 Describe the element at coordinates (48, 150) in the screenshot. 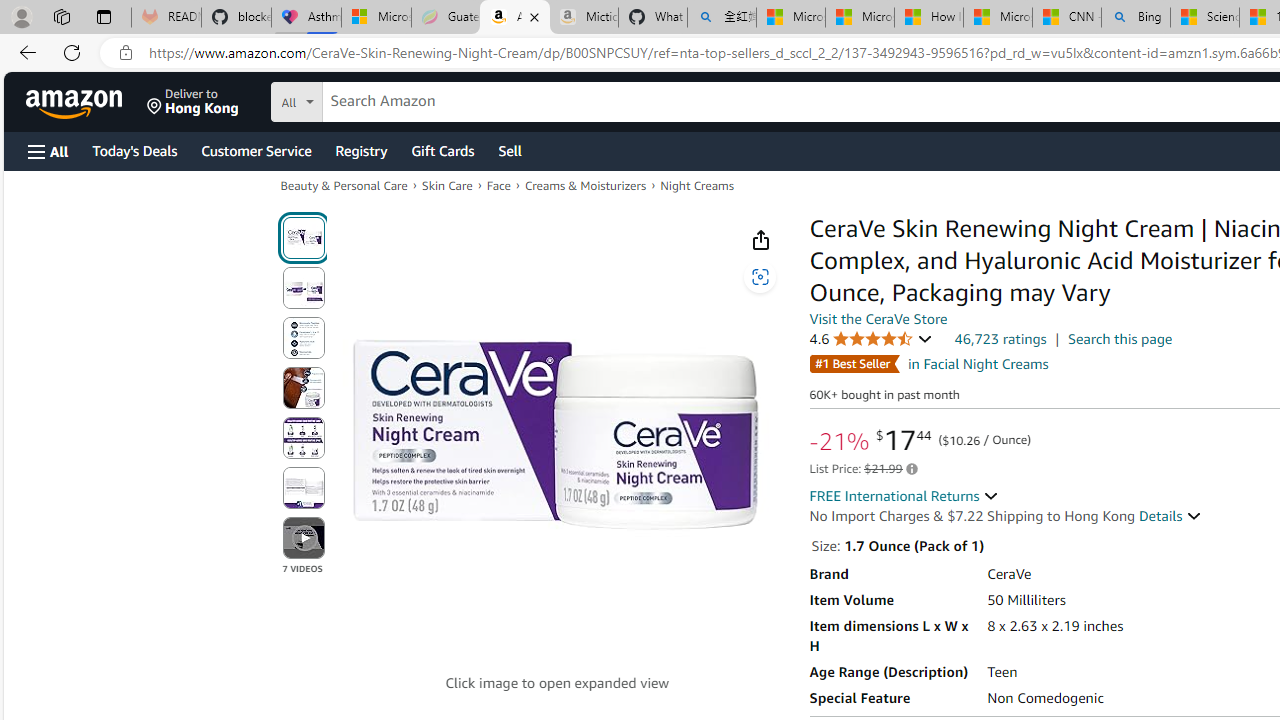

I see `'Open Menu'` at that location.